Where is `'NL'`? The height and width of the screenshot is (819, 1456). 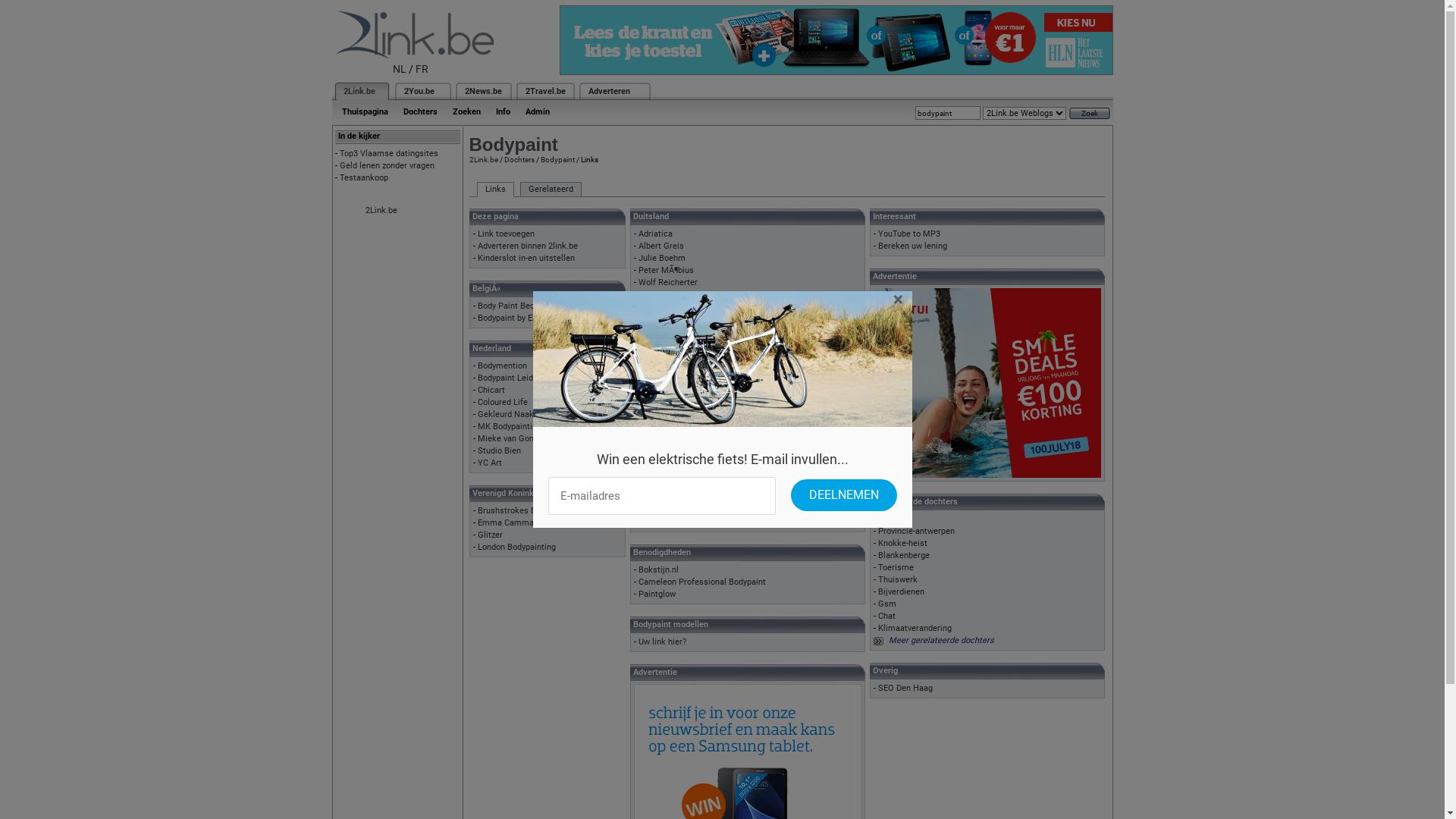 'NL' is located at coordinates (400, 69).